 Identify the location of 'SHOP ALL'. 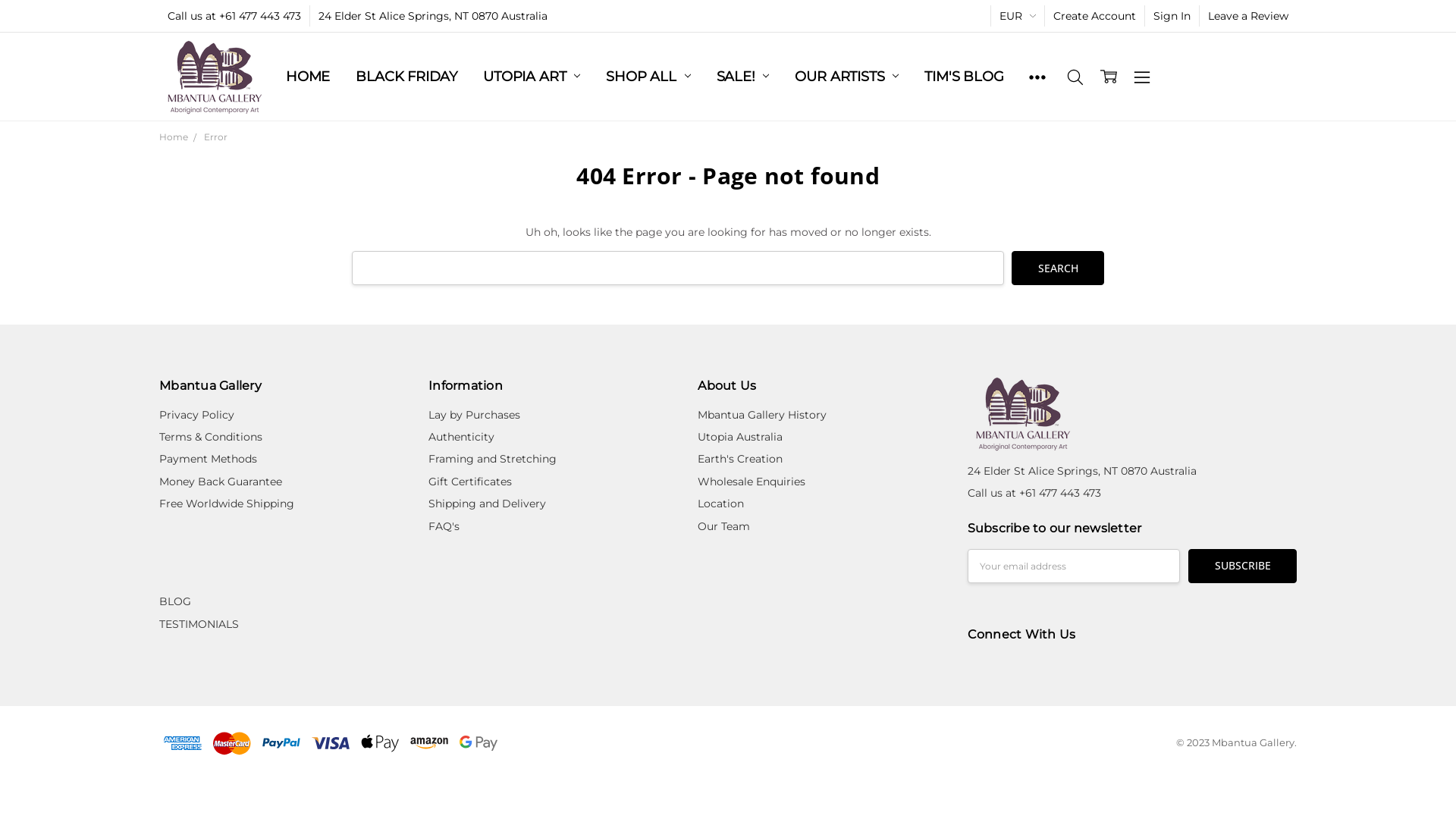
(592, 76).